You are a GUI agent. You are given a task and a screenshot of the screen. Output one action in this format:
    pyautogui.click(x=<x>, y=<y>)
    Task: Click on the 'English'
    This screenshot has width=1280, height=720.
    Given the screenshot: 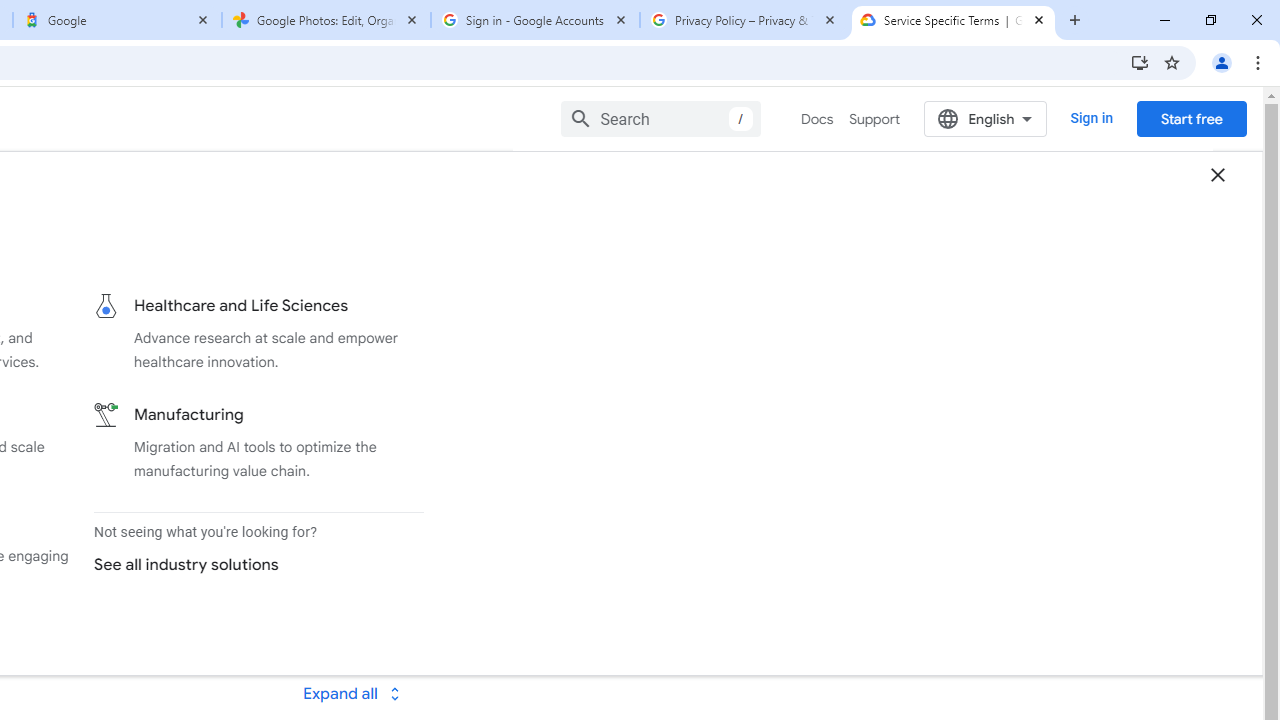 What is the action you would take?
    pyautogui.click(x=985, y=118)
    